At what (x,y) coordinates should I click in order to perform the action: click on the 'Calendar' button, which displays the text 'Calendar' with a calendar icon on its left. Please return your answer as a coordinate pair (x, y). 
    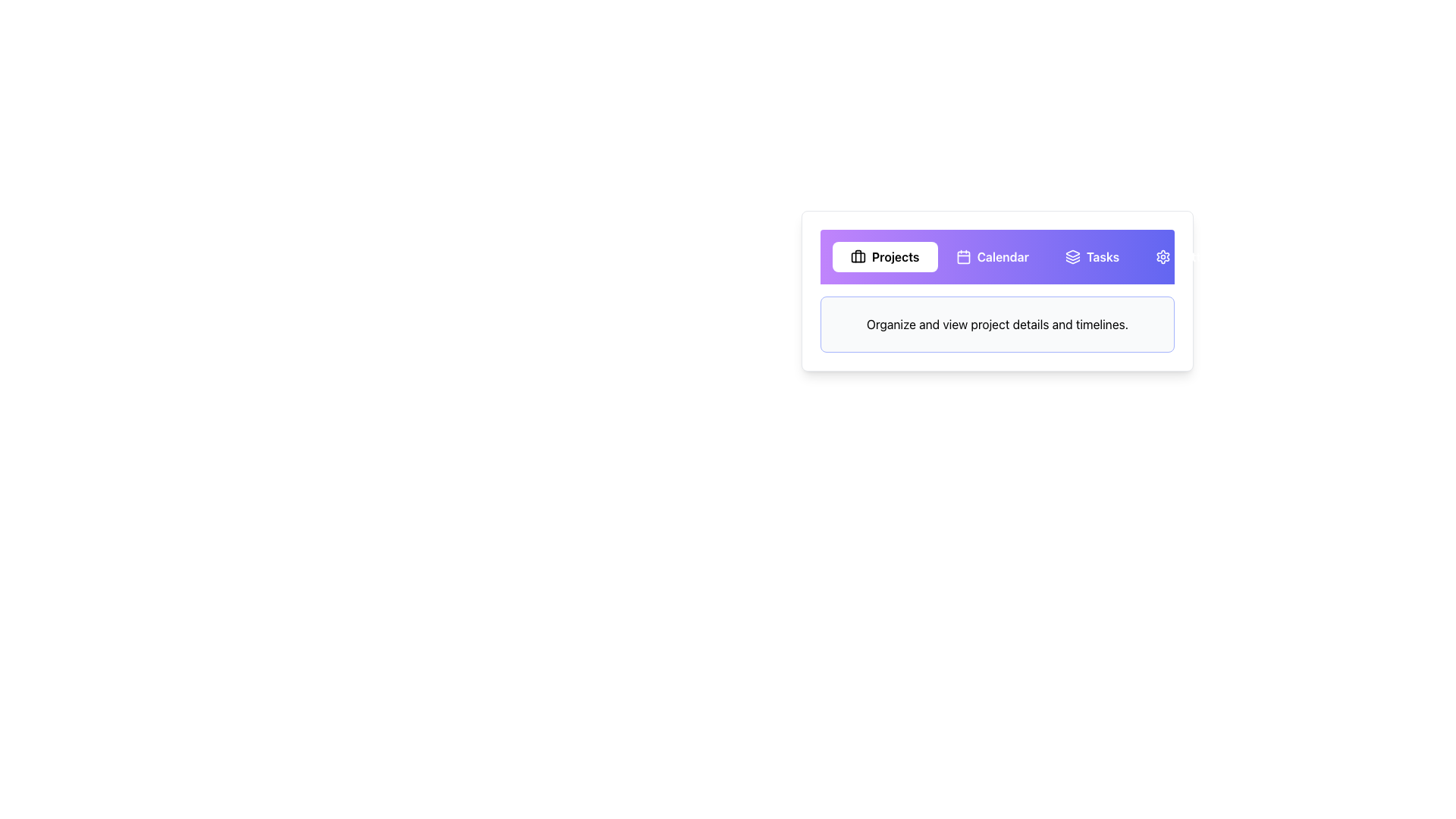
    Looking at the image, I should click on (992, 256).